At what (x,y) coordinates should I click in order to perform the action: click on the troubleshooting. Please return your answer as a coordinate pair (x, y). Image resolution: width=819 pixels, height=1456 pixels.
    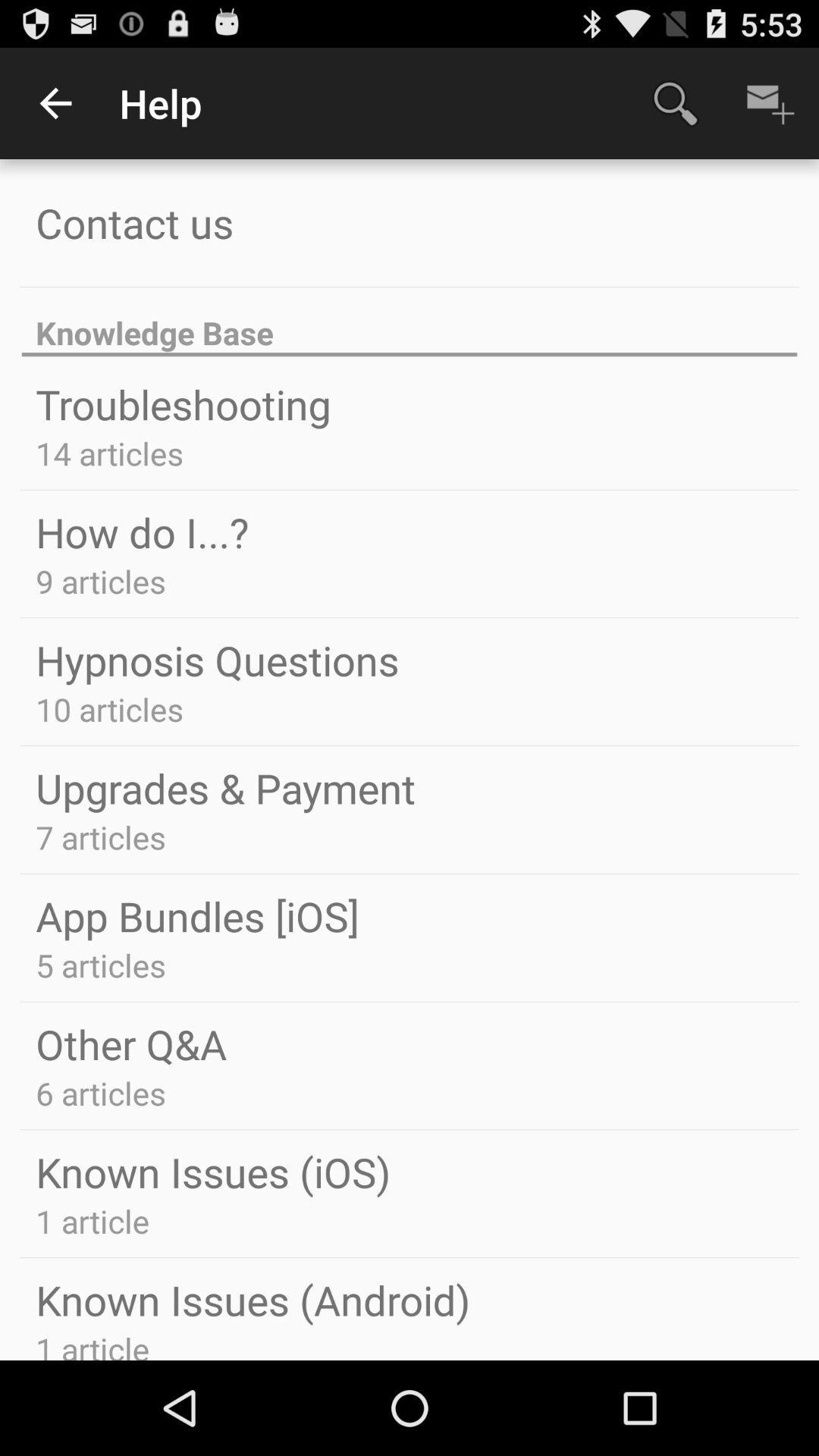
    Looking at the image, I should click on (182, 403).